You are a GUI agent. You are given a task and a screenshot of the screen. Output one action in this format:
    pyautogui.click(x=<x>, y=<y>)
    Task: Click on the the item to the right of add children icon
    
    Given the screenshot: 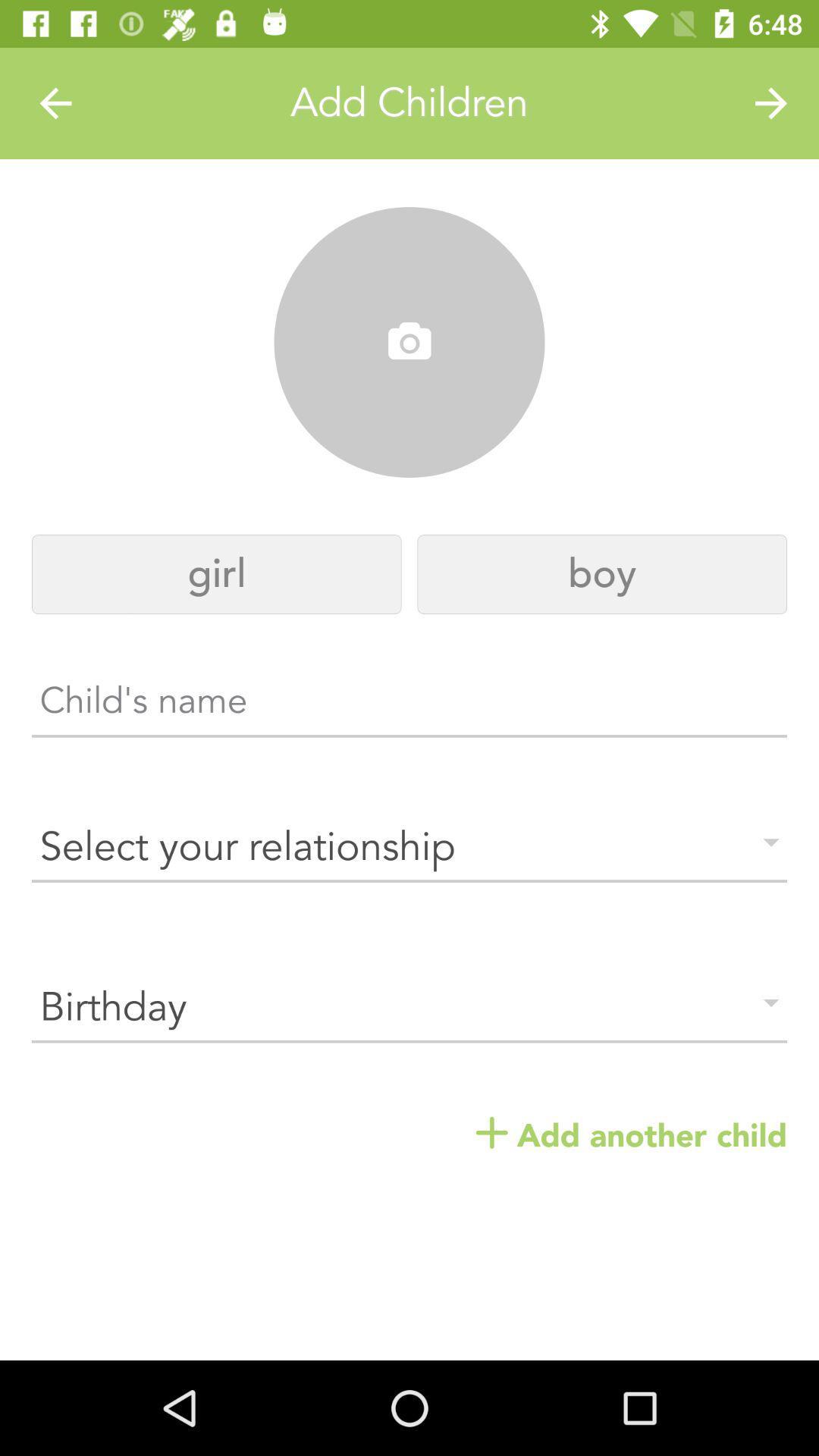 What is the action you would take?
    pyautogui.click(x=771, y=102)
    